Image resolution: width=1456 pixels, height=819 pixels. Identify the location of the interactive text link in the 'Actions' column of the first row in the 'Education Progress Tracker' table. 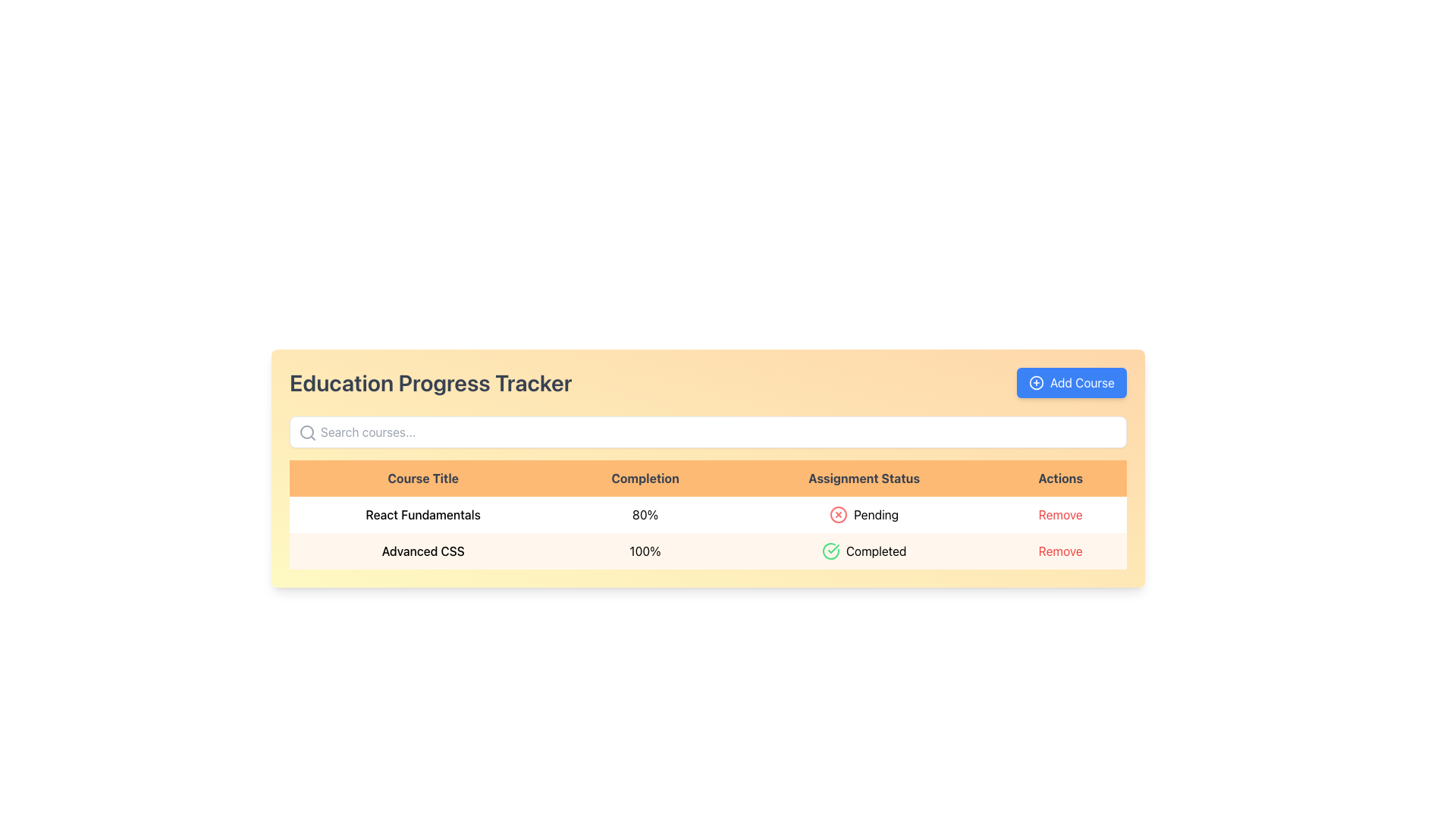
(1059, 513).